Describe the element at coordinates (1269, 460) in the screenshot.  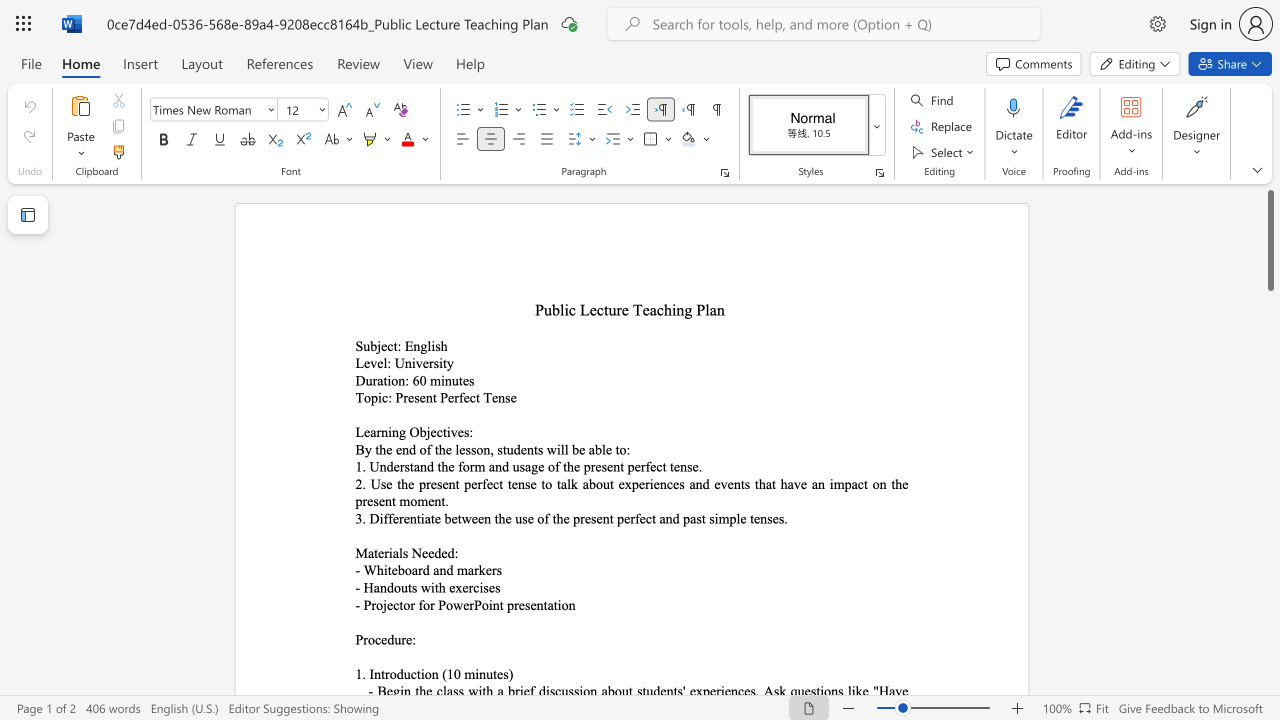
I see `the scrollbar to scroll the page down` at that location.